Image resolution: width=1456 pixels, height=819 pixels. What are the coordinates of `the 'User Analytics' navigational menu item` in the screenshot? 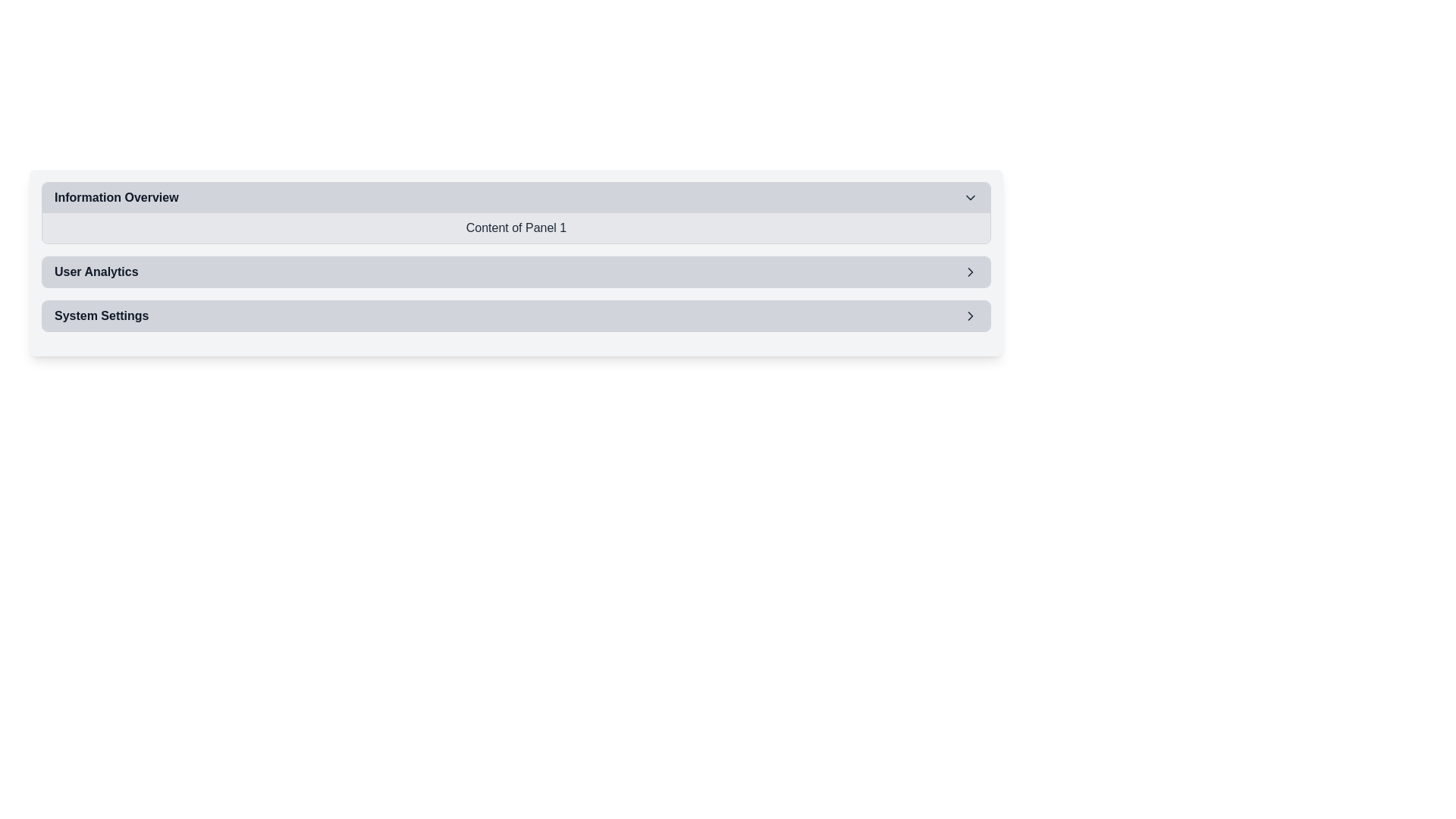 It's located at (516, 271).